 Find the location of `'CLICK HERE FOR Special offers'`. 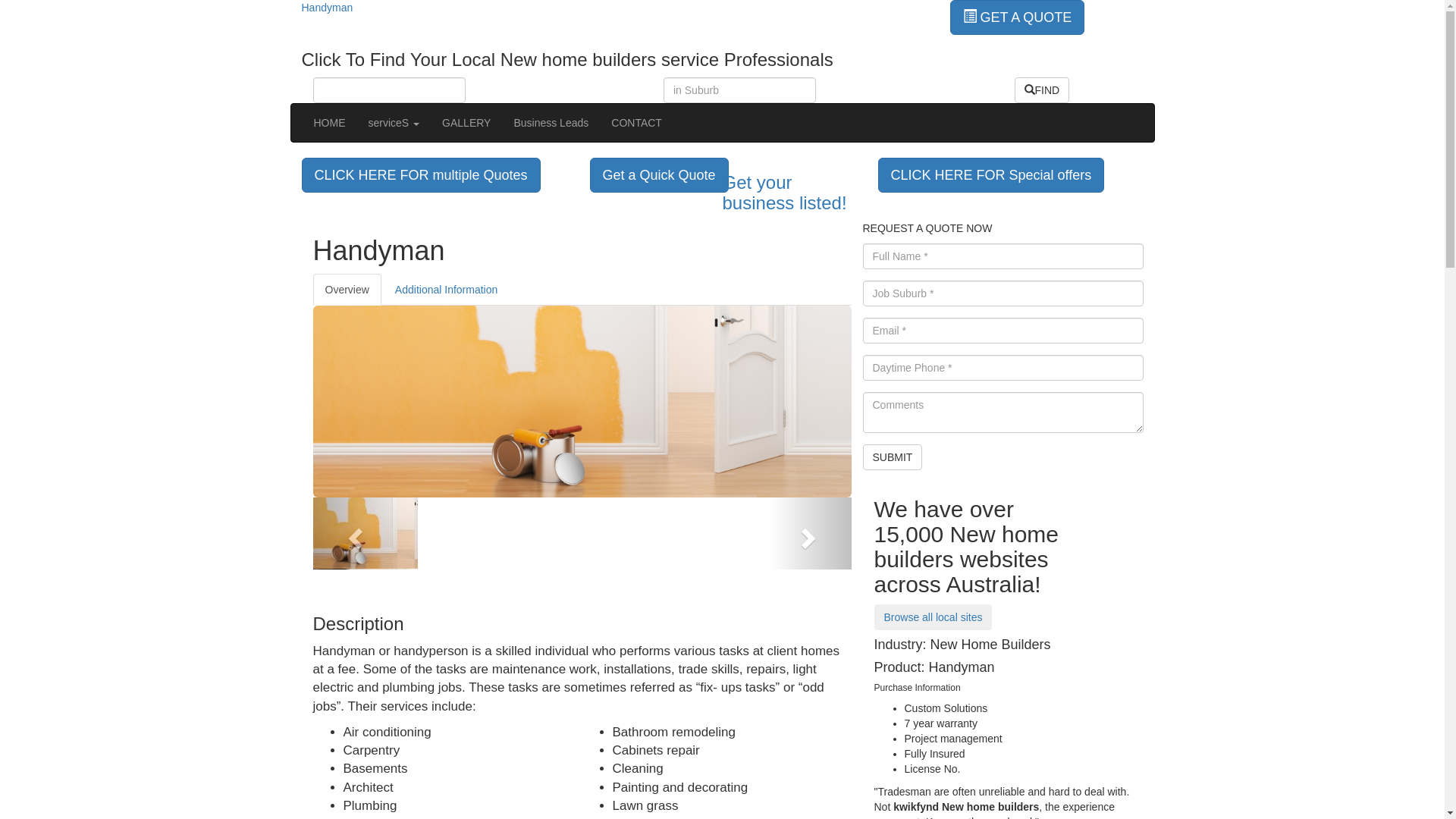

'CLICK HERE FOR Special offers' is located at coordinates (991, 174).